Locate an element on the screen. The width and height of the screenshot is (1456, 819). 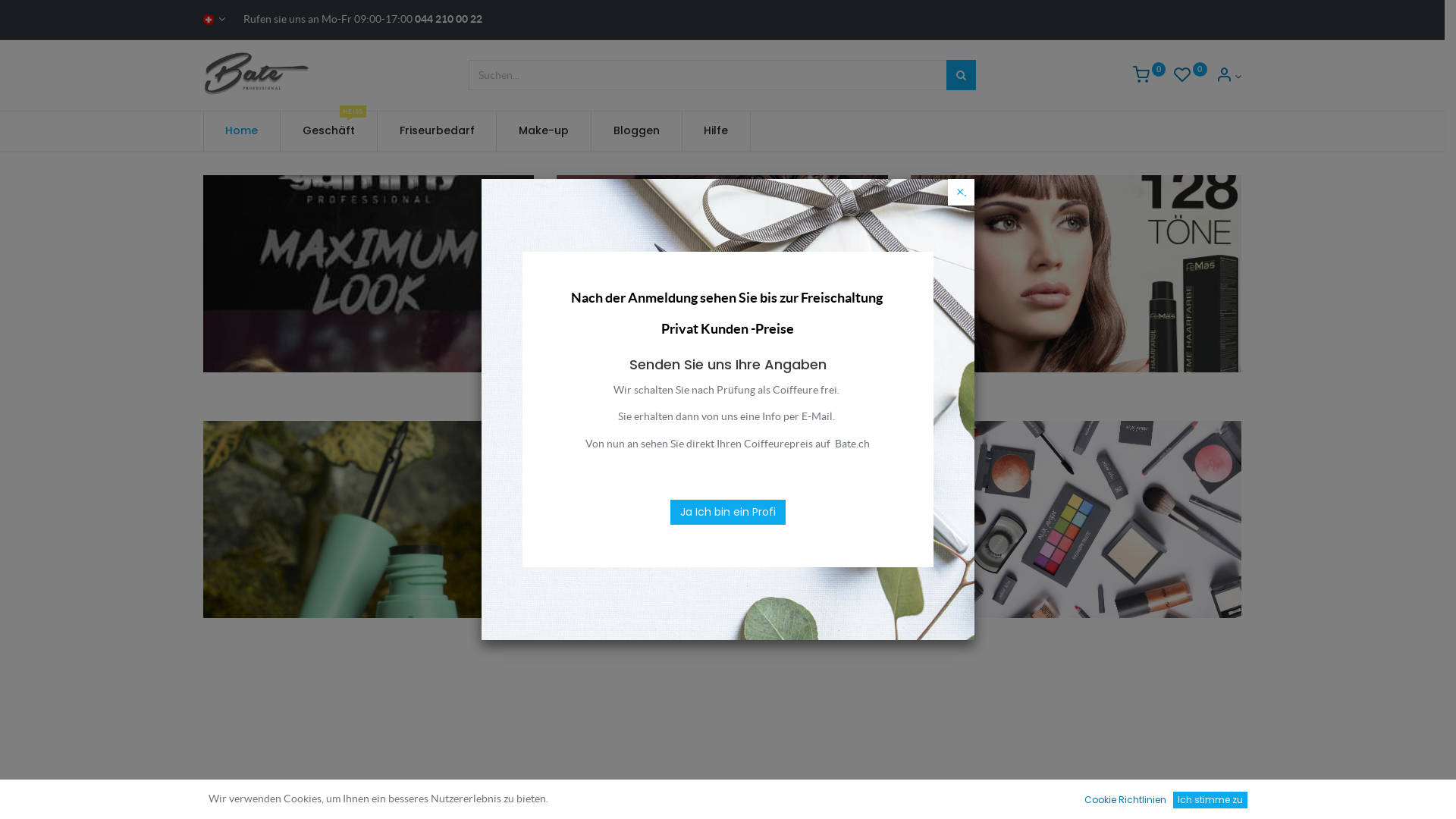
'Make-up' is located at coordinates (496, 130).